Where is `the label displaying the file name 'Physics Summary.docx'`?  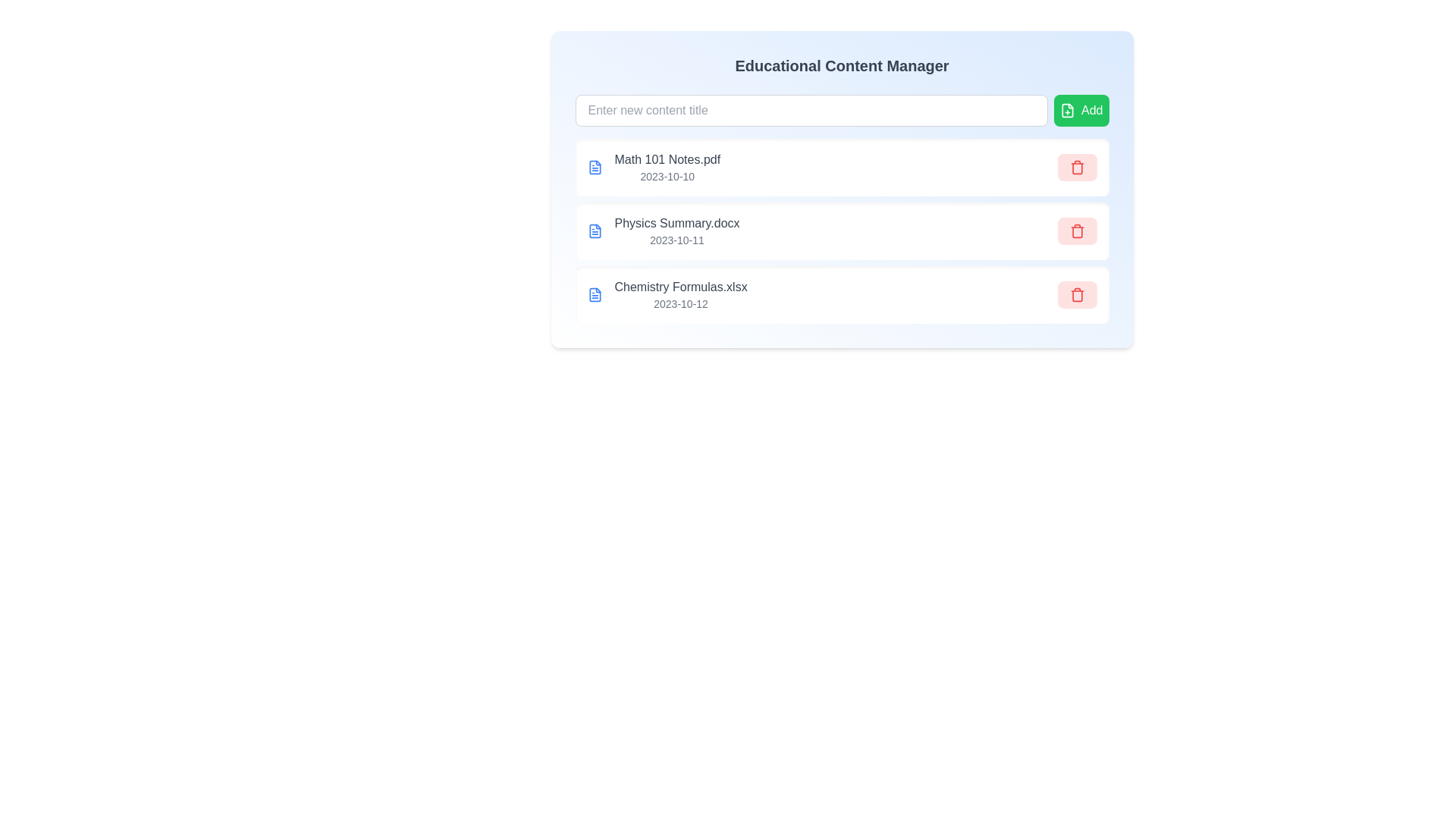 the label displaying the file name 'Physics Summary.docx' is located at coordinates (676, 223).